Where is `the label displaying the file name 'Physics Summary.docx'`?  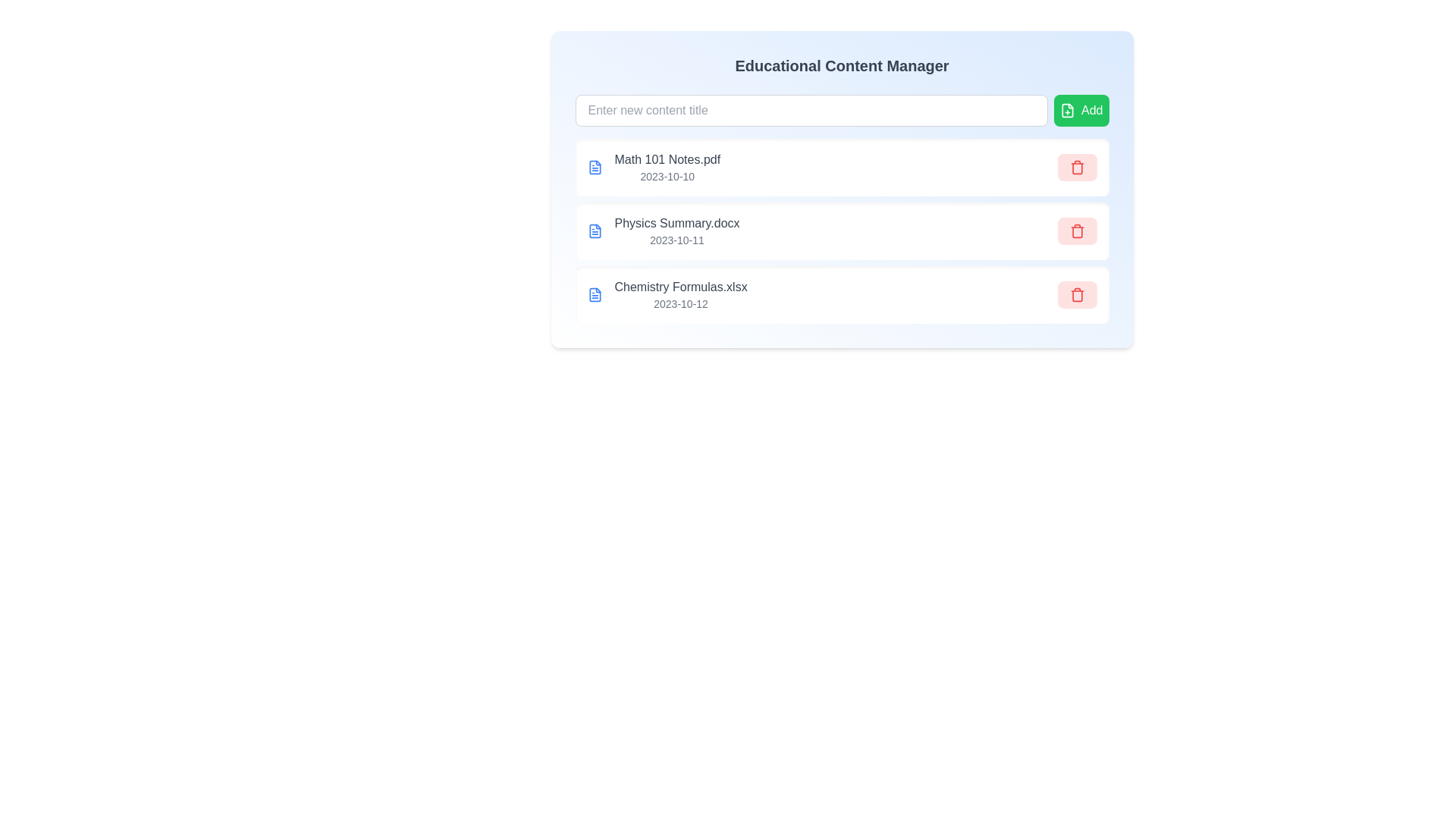 the label displaying the file name 'Physics Summary.docx' is located at coordinates (676, 223).